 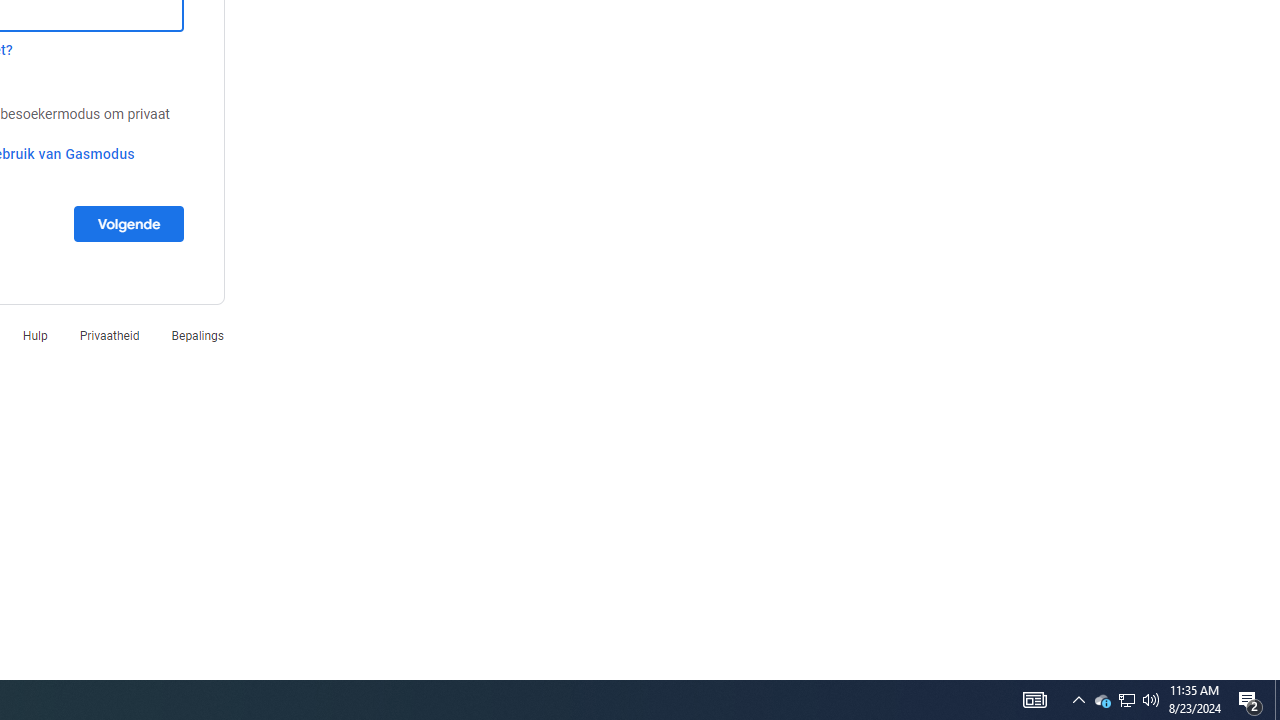 What do you see at coordinates (127, 223) in the screenshot?
I see `'Volgende'` at bounding box center [127, 223].